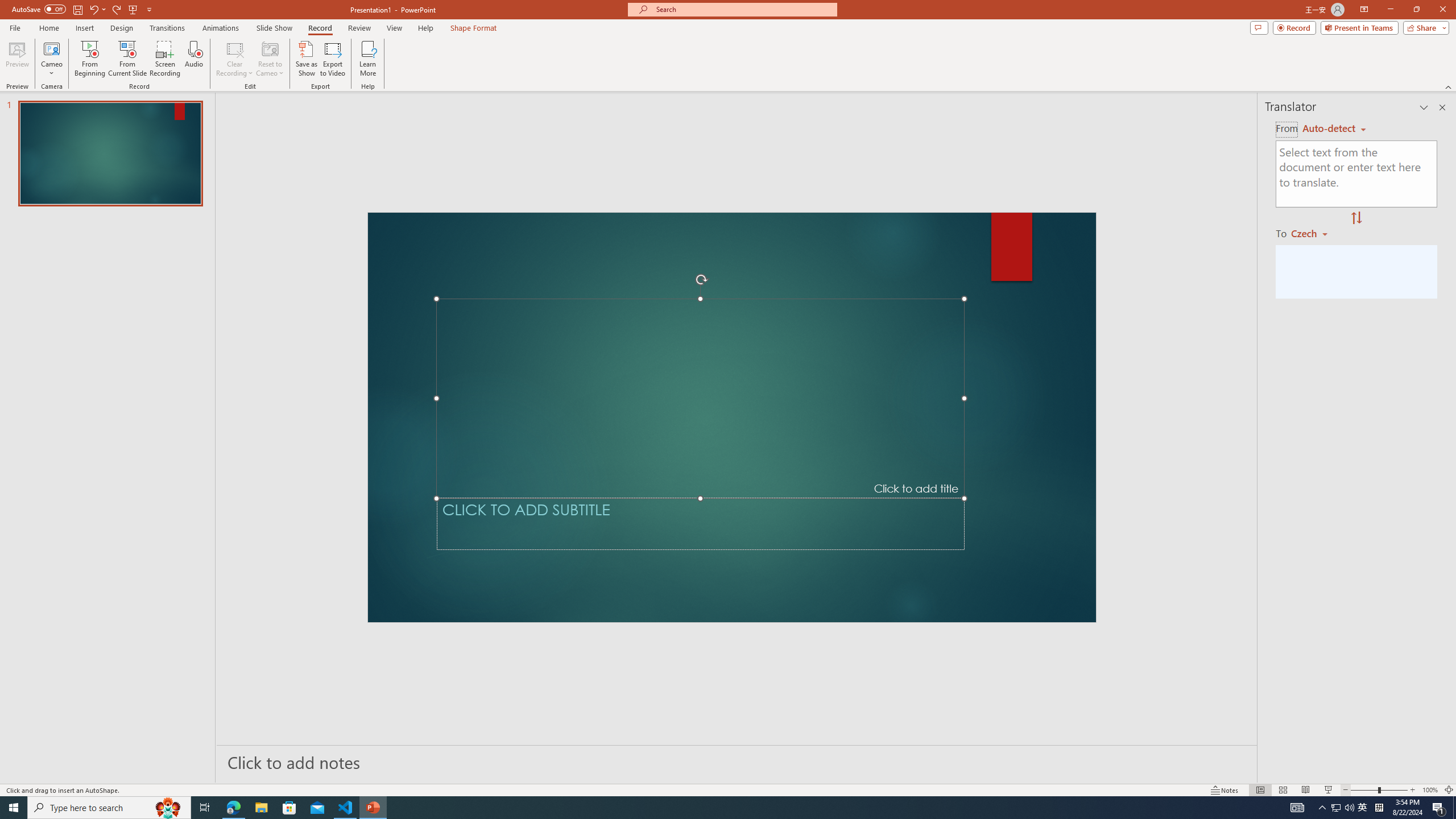 This screenshot has height=819, width=1456. Describe the element at coordinates (1282, 790) in the screenshot. I see `'Slide Sorter'` at that location.